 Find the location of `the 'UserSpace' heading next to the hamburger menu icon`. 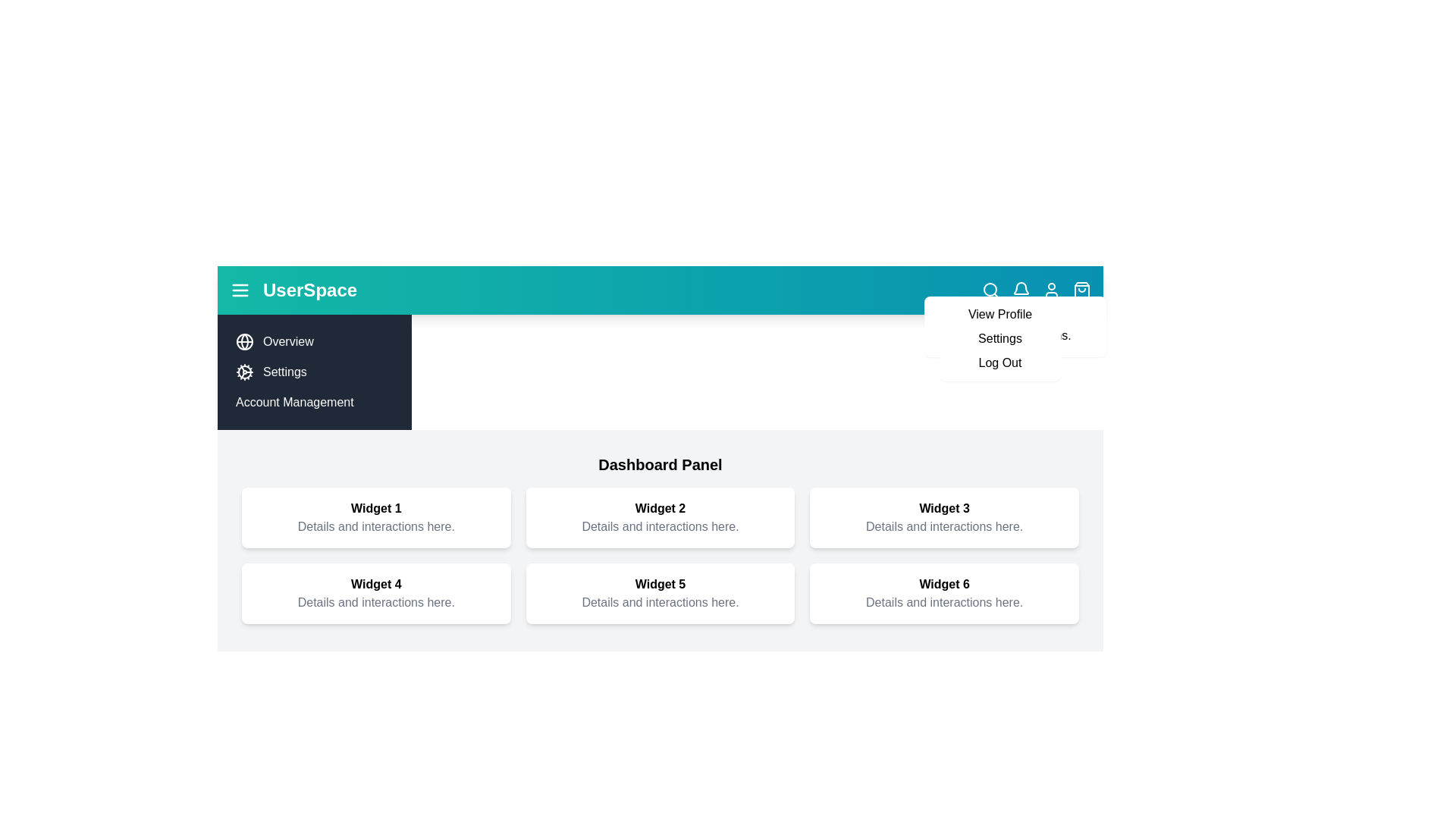

the 'UserSpace' heading next to the hamburger menu icon is located at coordinates (293, 290).